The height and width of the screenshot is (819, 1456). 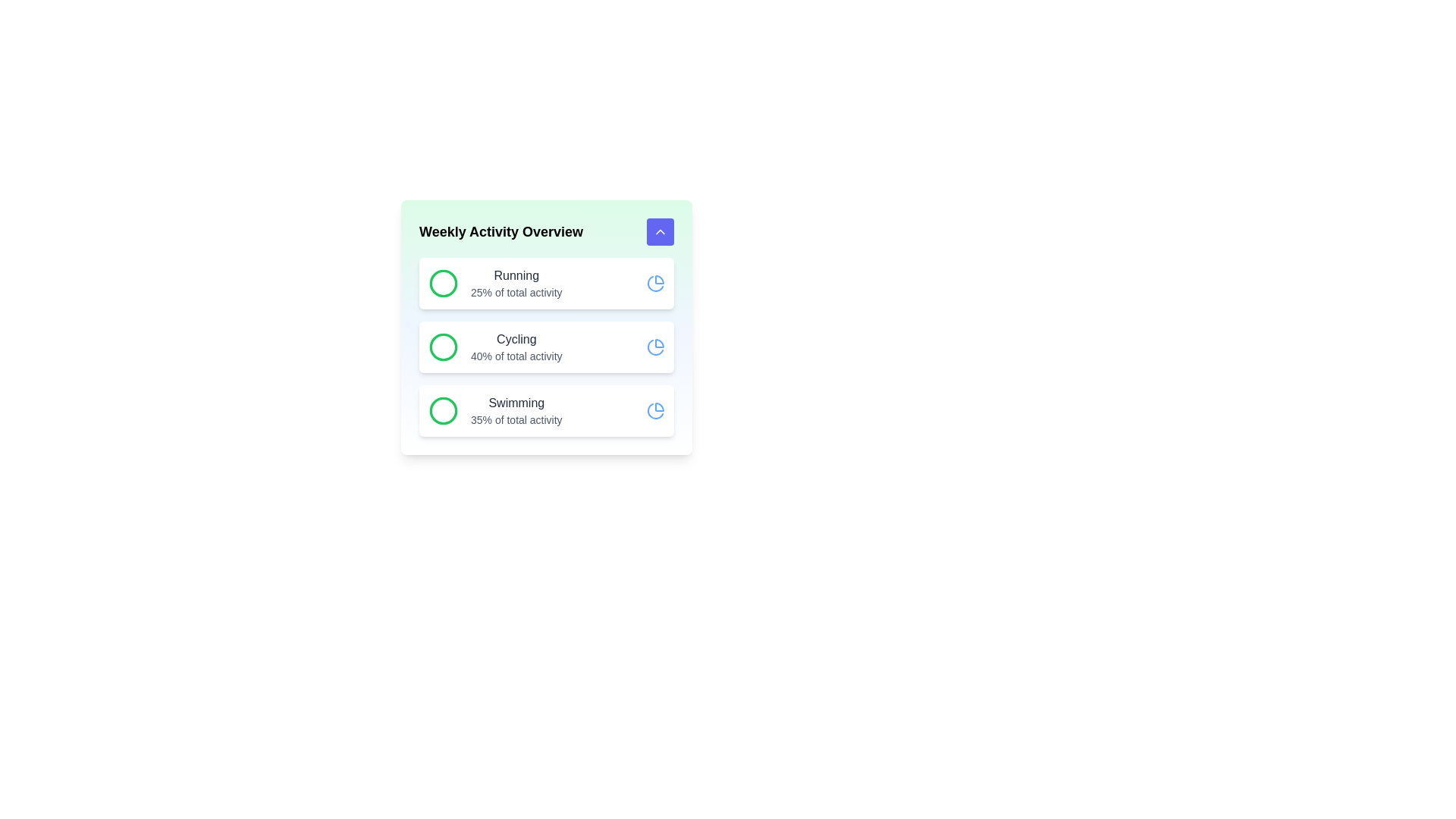 I want to click on the green circular icon representing the activity indicator next to the text 'Cycling 40% of total activity', so click(x=443, y=347).